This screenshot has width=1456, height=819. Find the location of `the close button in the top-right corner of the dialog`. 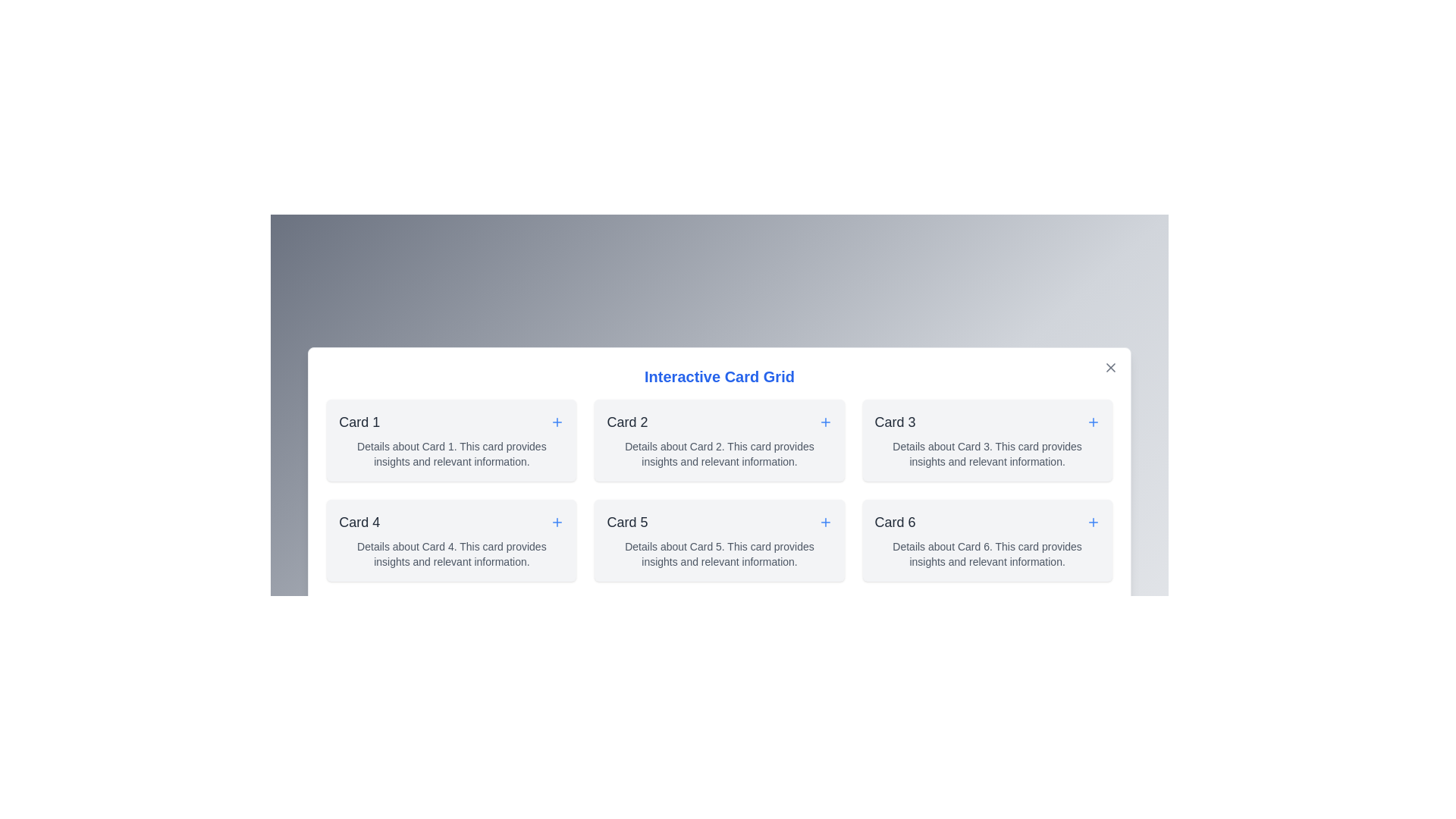

the close button in the top-right corner of the dialog is located at coordinates (1110, 368).